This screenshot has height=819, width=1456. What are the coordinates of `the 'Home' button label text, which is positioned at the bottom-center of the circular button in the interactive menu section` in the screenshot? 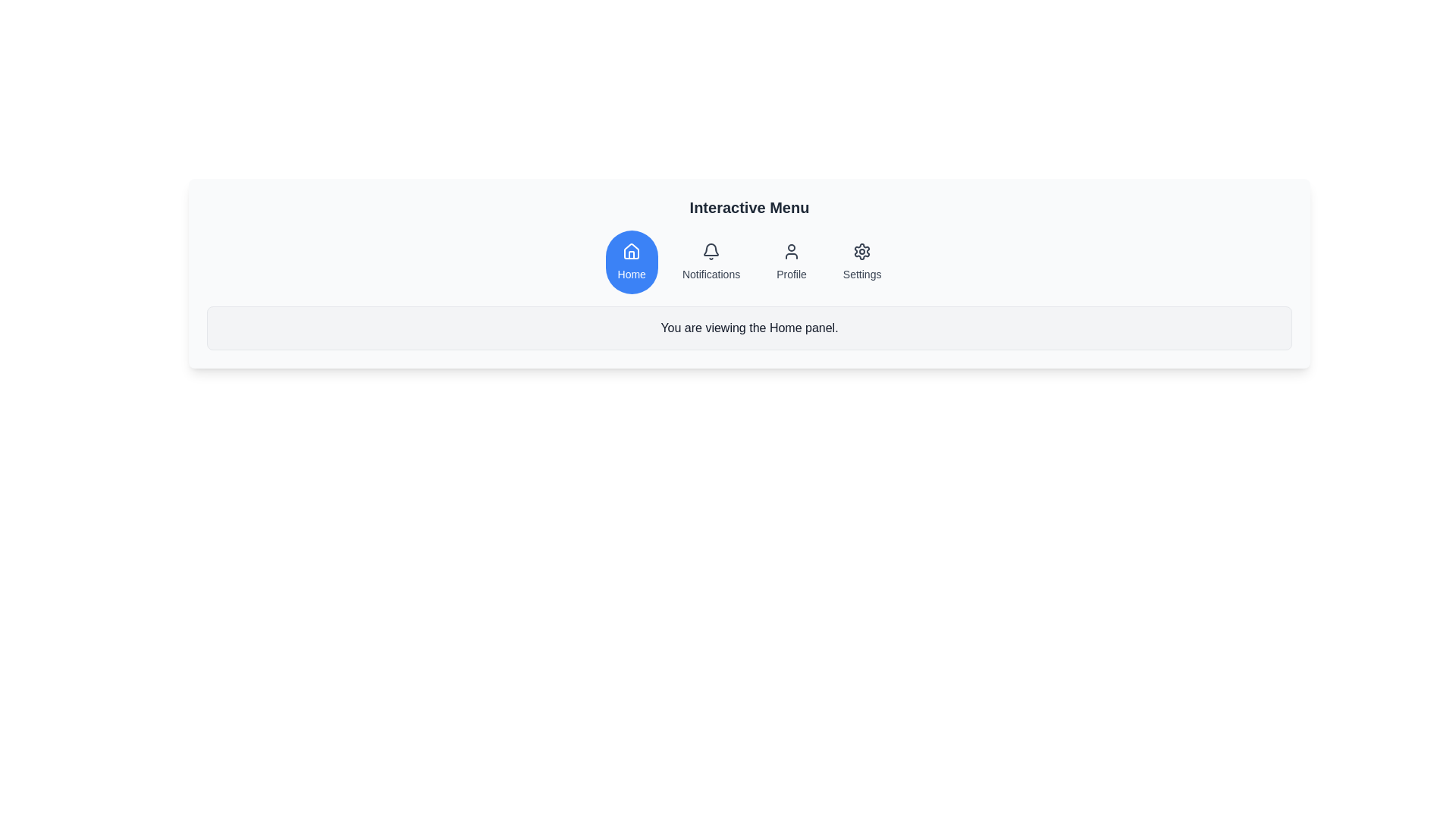 It's located at (632, 275).